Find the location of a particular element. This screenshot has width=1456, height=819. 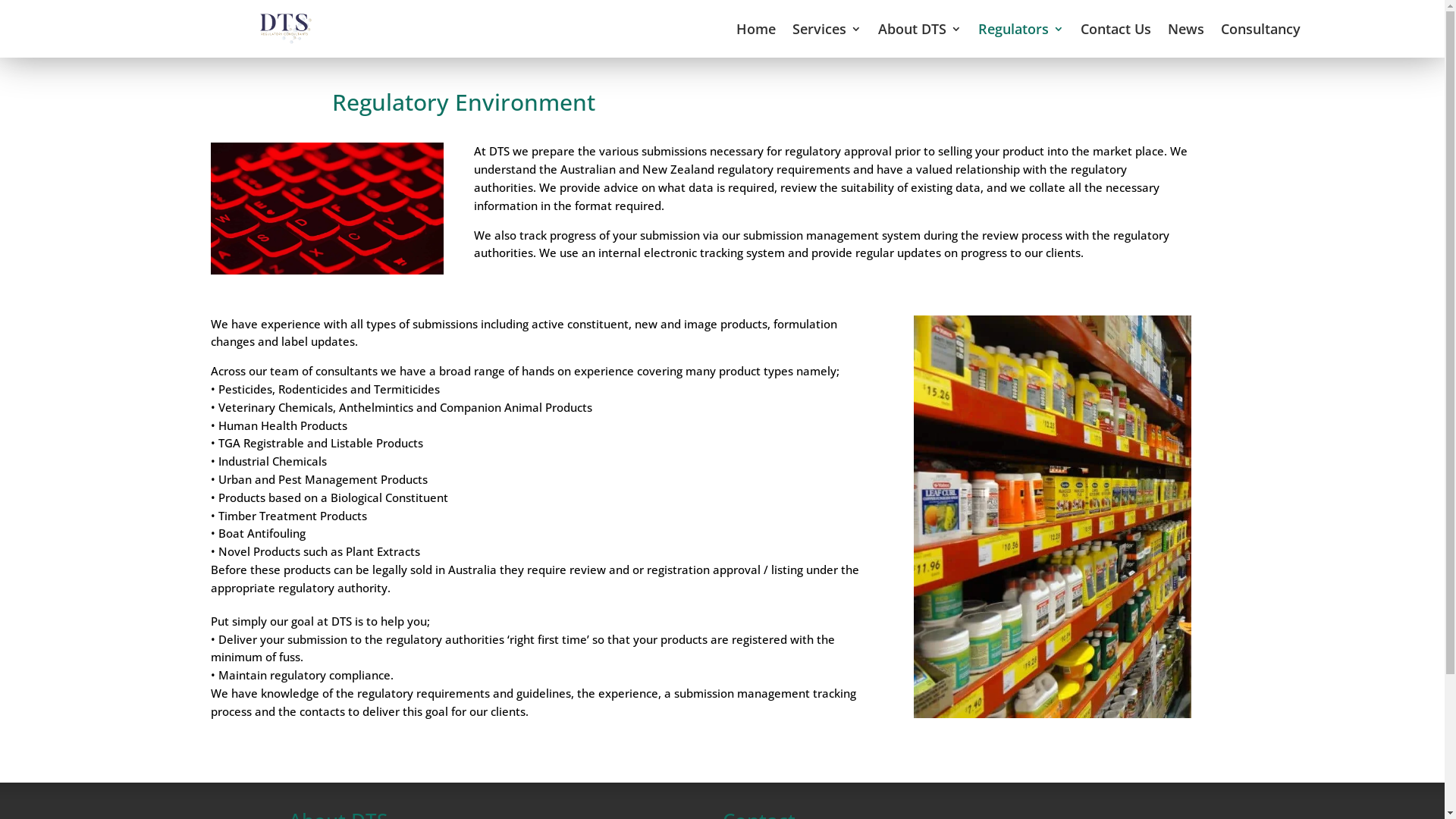

'Consultancy' is located at coordinates (1260, 29).